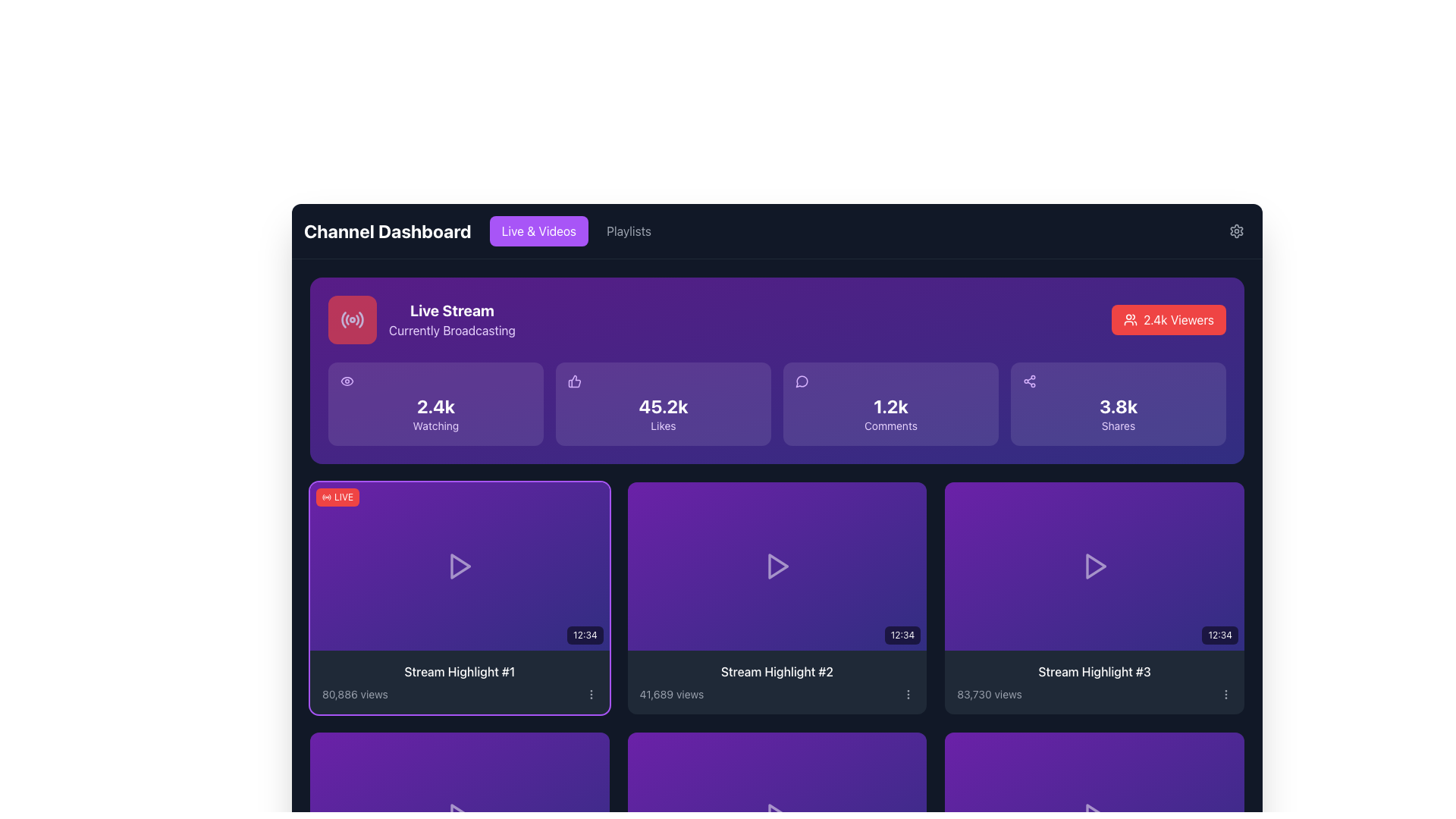  I want to click on the duration indicator label displaying '12:34' in white text on a semi-transparent black background, located at the bottom-right corner of the third tile in the grid layout, so click(1220, 635).